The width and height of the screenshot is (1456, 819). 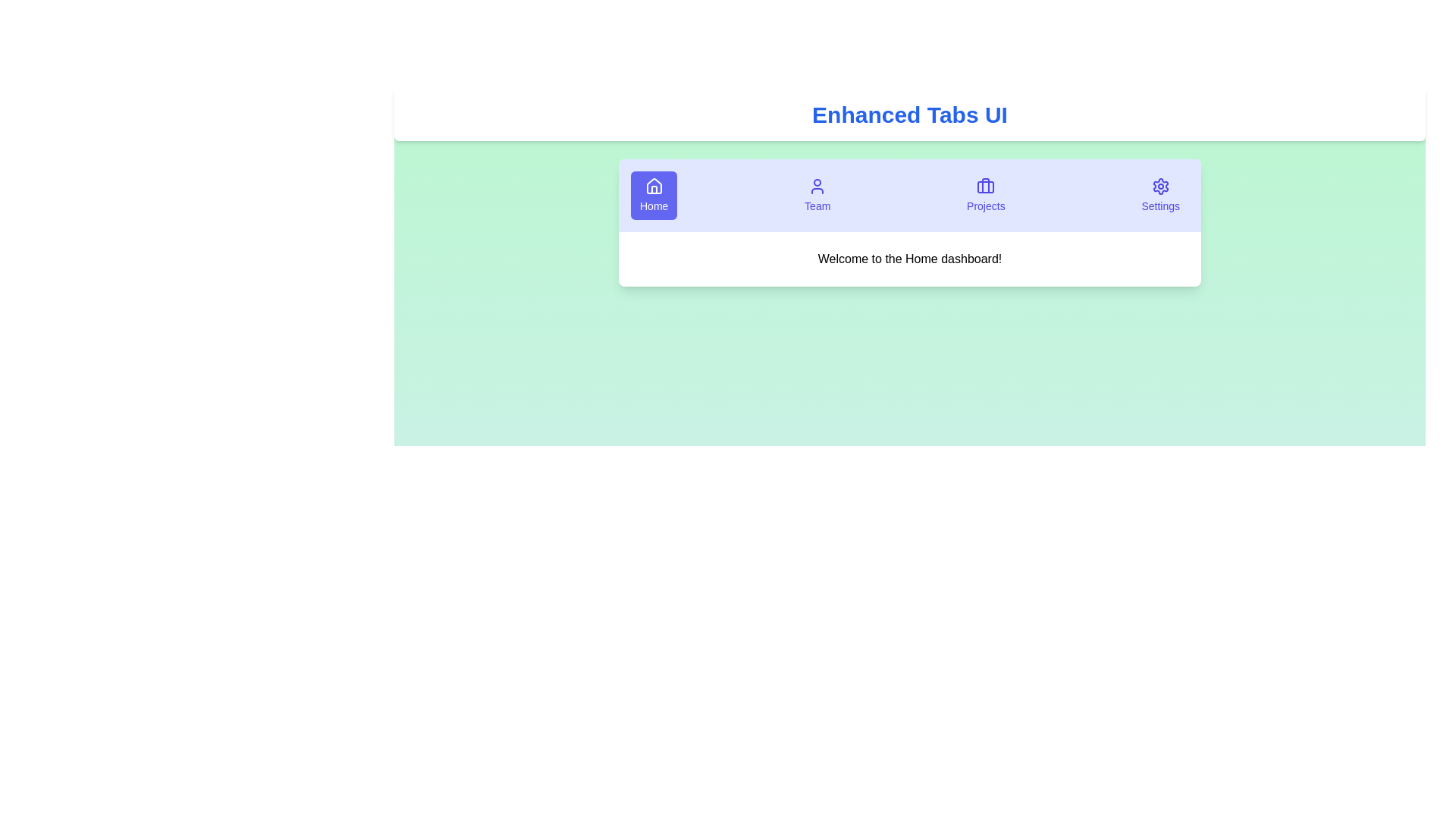 I want to click on the house icon in outline style located in the first tab of the navigation bar labeled 'Home', which has a blue background, so click(x=654, y=185).